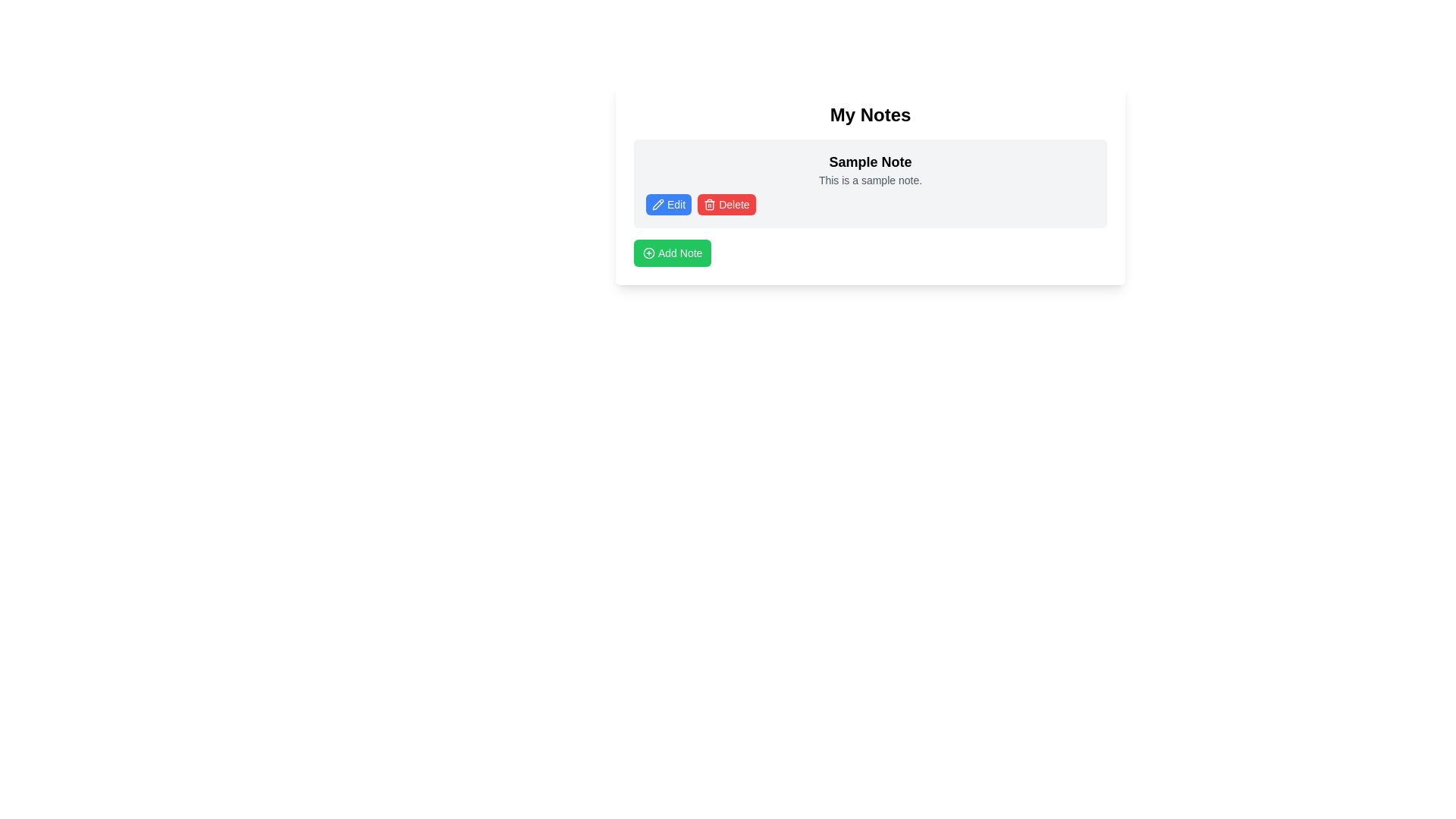  I want to click on the pencil icon within the 'Edit' button, which indicates an editing action and is located to the left of the button's label text 'Edit', so click(658, 205).